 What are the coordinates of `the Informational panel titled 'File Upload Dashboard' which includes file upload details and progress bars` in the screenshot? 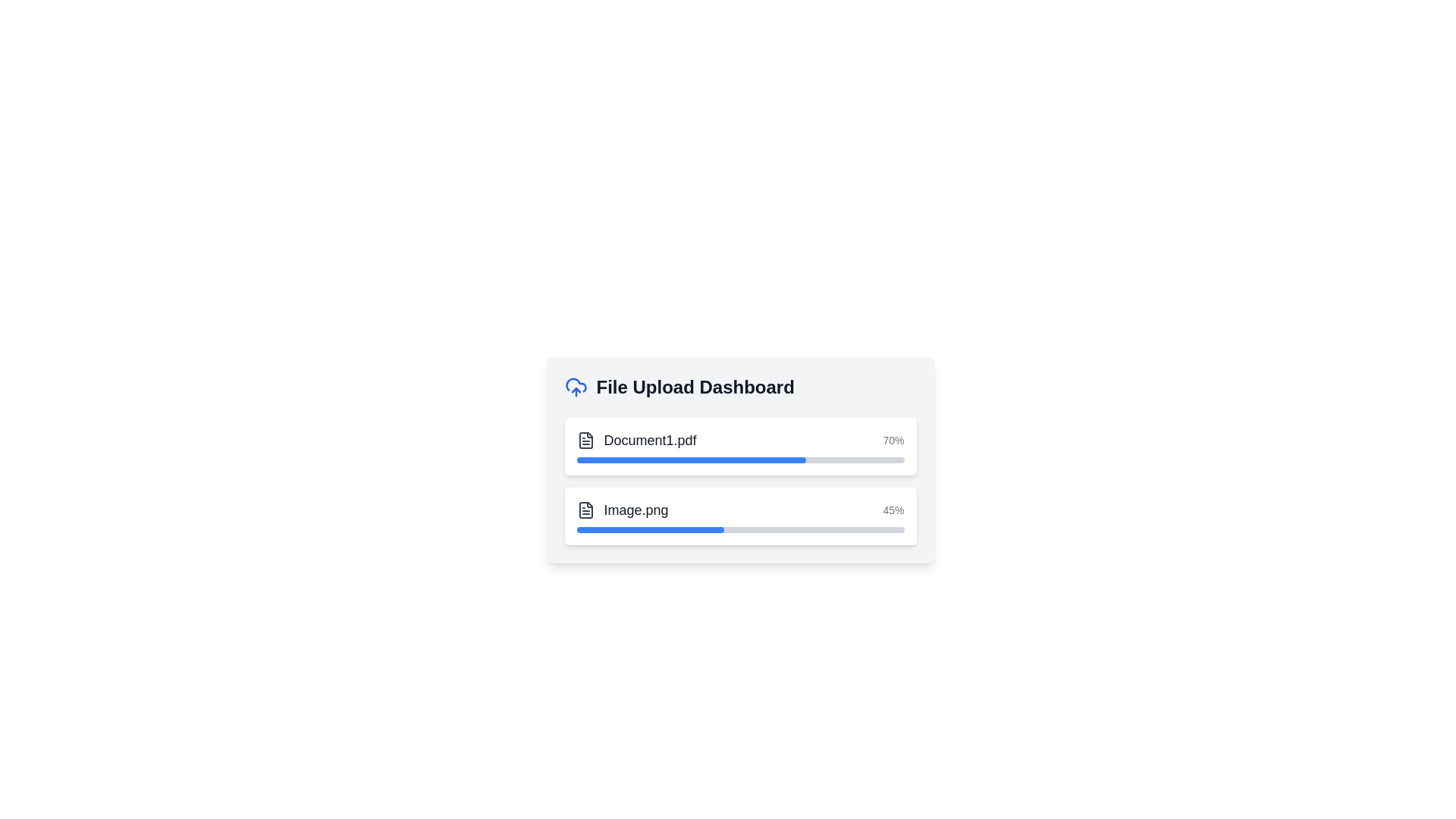 It's located at (740, 459).